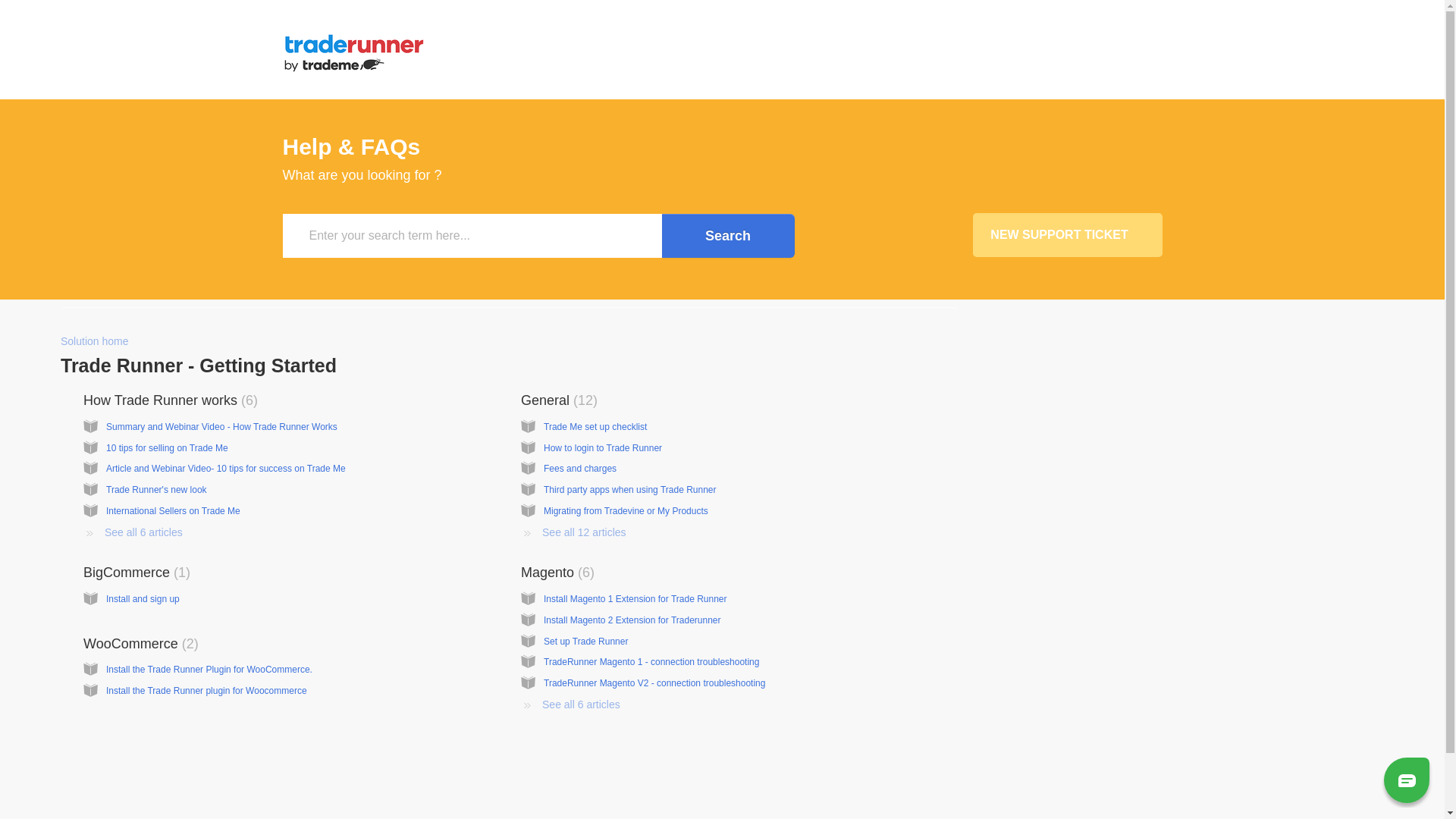  Describe the element at coordinates (105, 489) in the screenshot. I see `'Trade Runner's new look'` at that location.